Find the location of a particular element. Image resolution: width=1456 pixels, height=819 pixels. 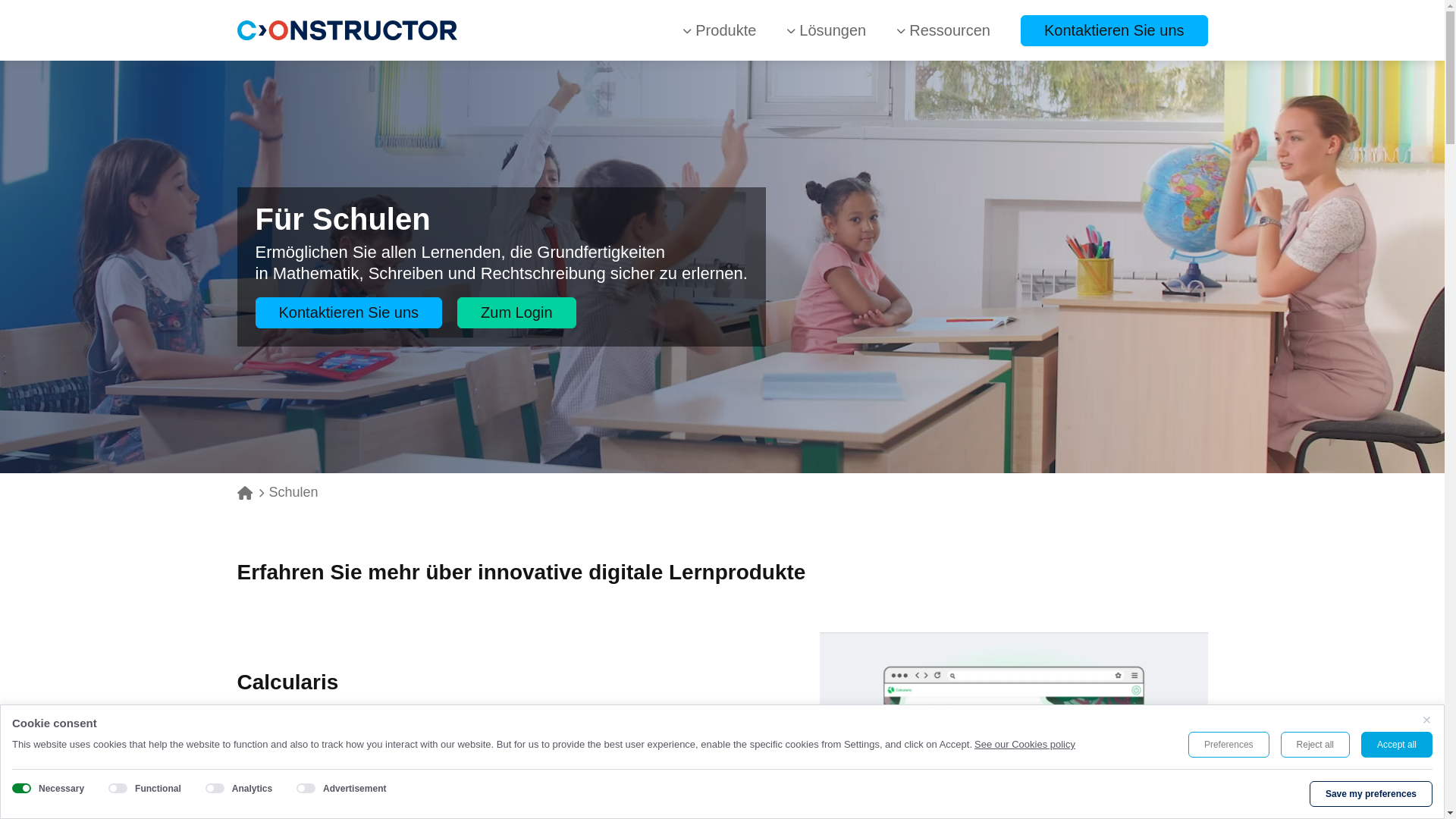

'Skip to main content' is located at coordinates (0, 0).